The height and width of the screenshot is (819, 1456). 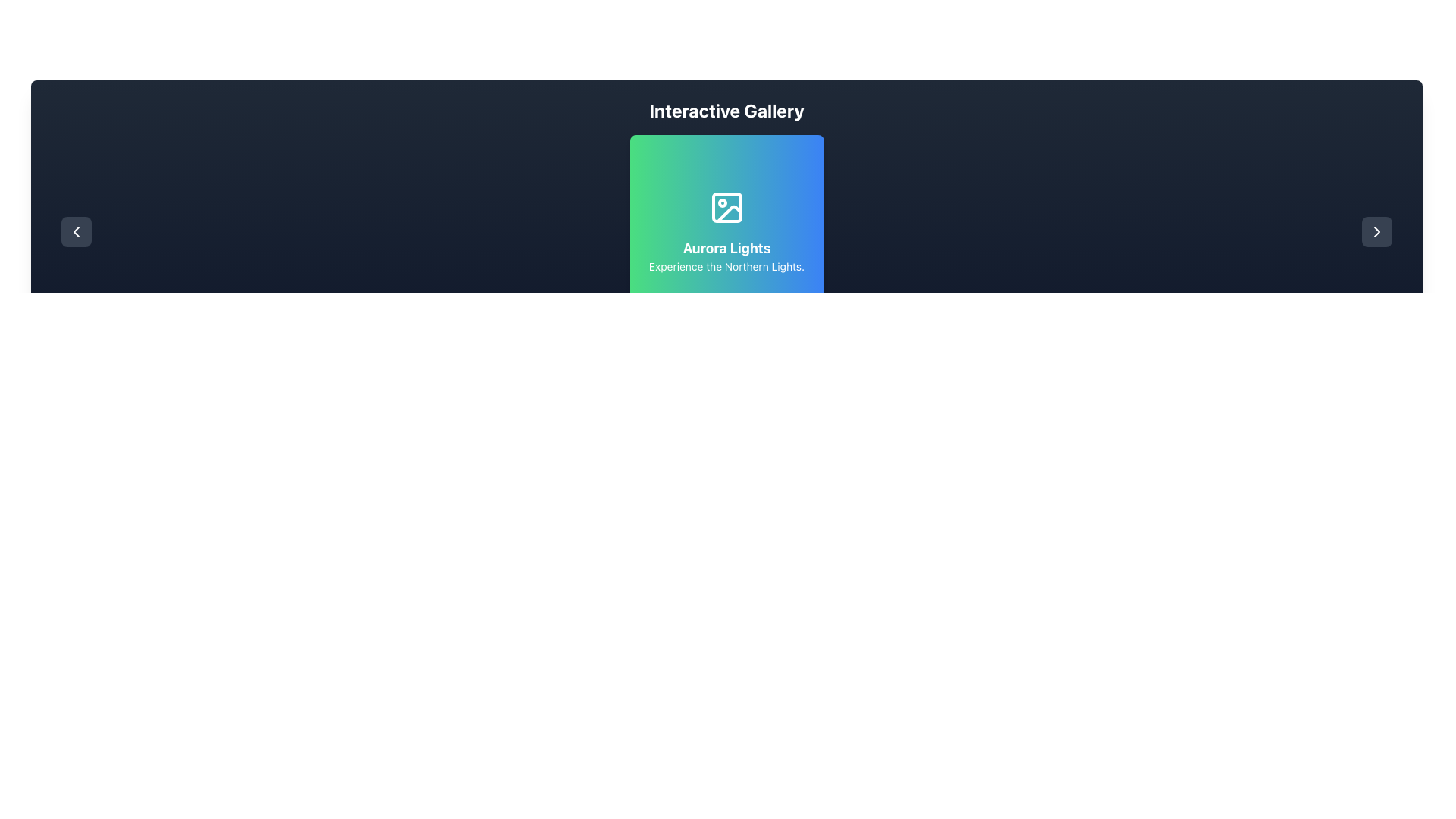 I want to click on the chevron-shaped navigation control located at the left end of the dark header section, which allows users to move left or backward in a sequence, so click(x=75, y=231).